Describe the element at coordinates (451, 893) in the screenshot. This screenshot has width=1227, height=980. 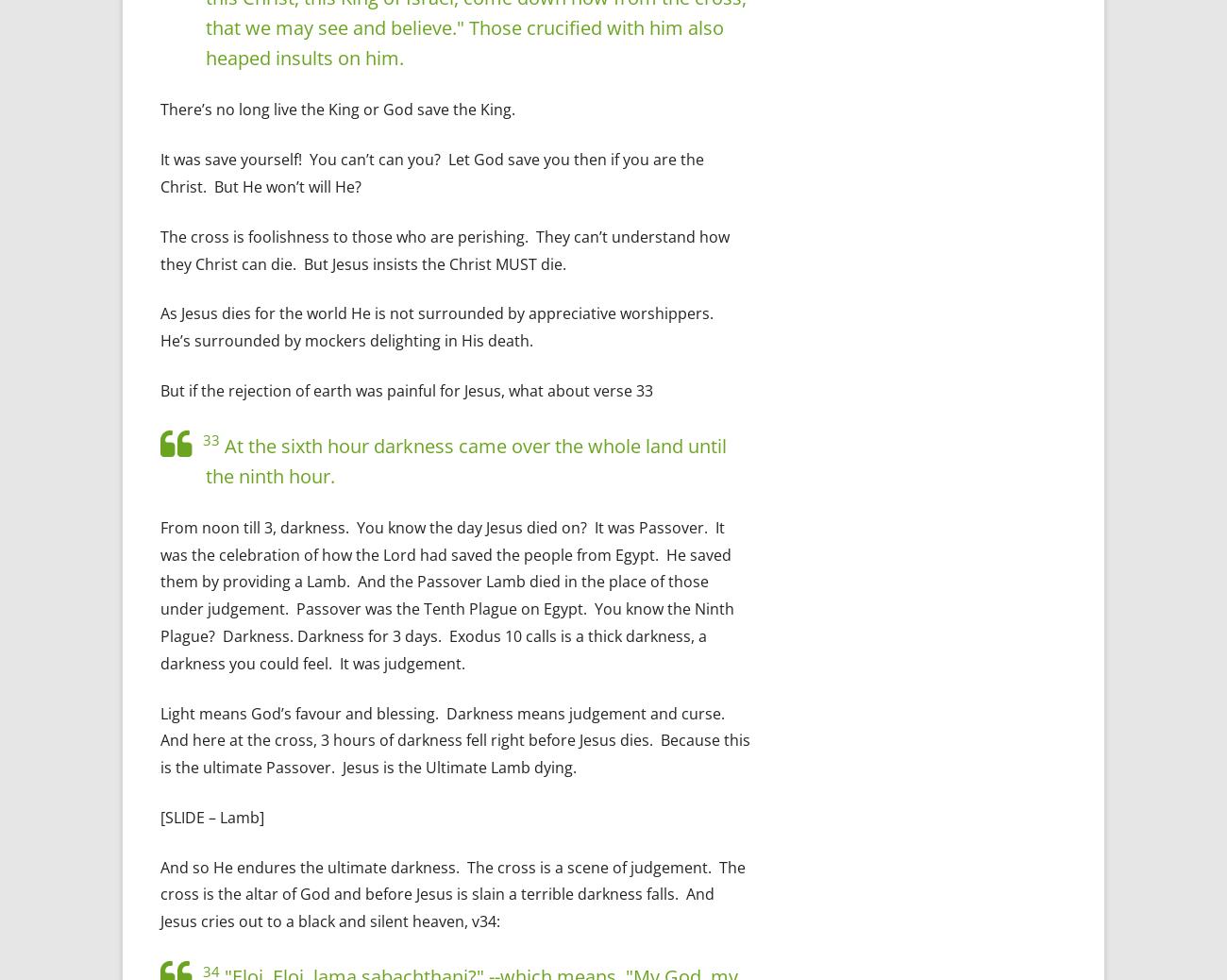
I see `'And so He endures the ultimate darkness.  The cross is a scene of judgement.  The cross is the altar of God and before Jesus is slain a terrible darkness falls.  And Jesus cries out to a black and silent heaven, v34:'` at that location.